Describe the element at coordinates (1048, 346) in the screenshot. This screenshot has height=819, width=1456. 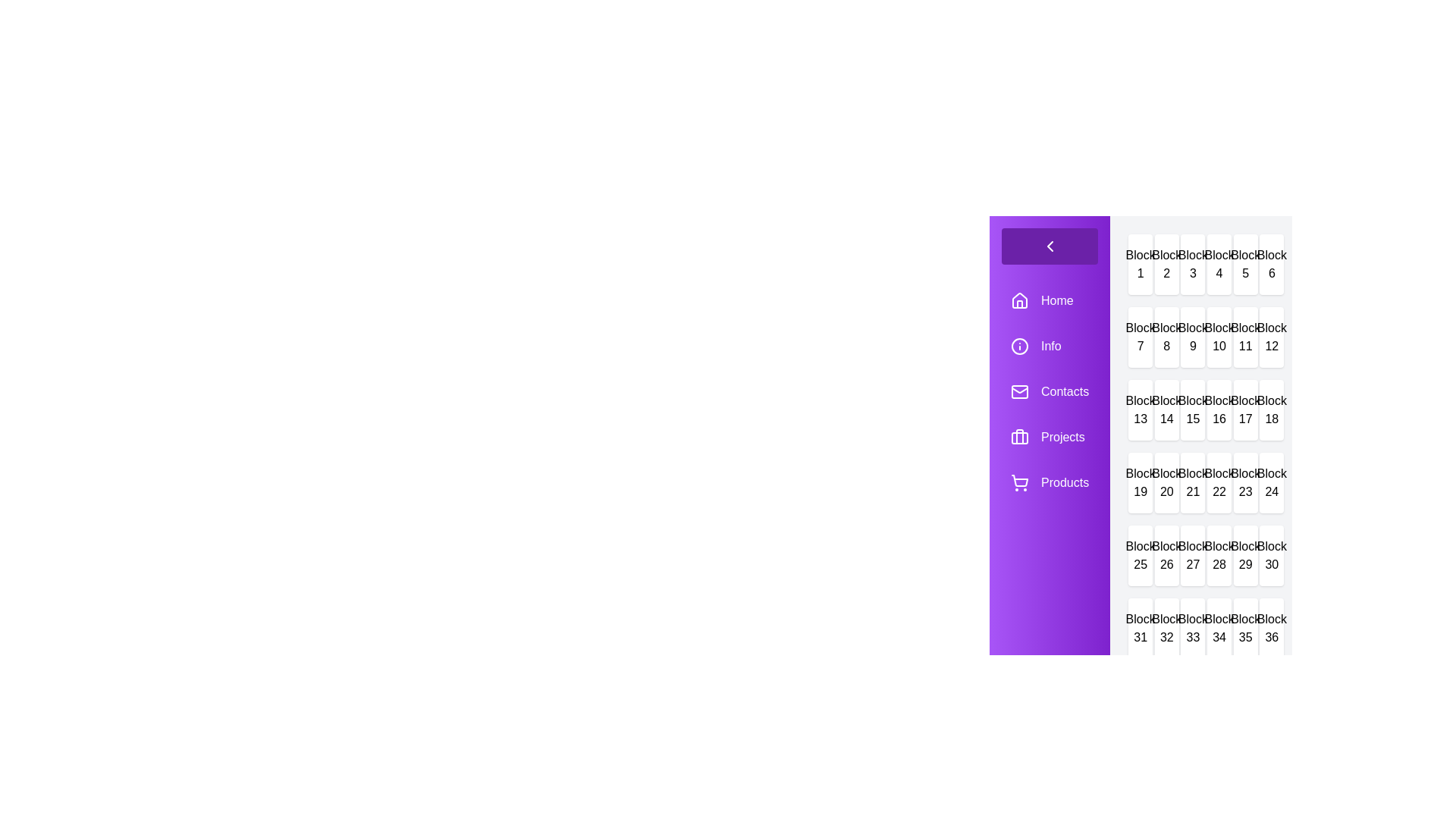
I see `the menu item labeled Info to navigate` at that location.